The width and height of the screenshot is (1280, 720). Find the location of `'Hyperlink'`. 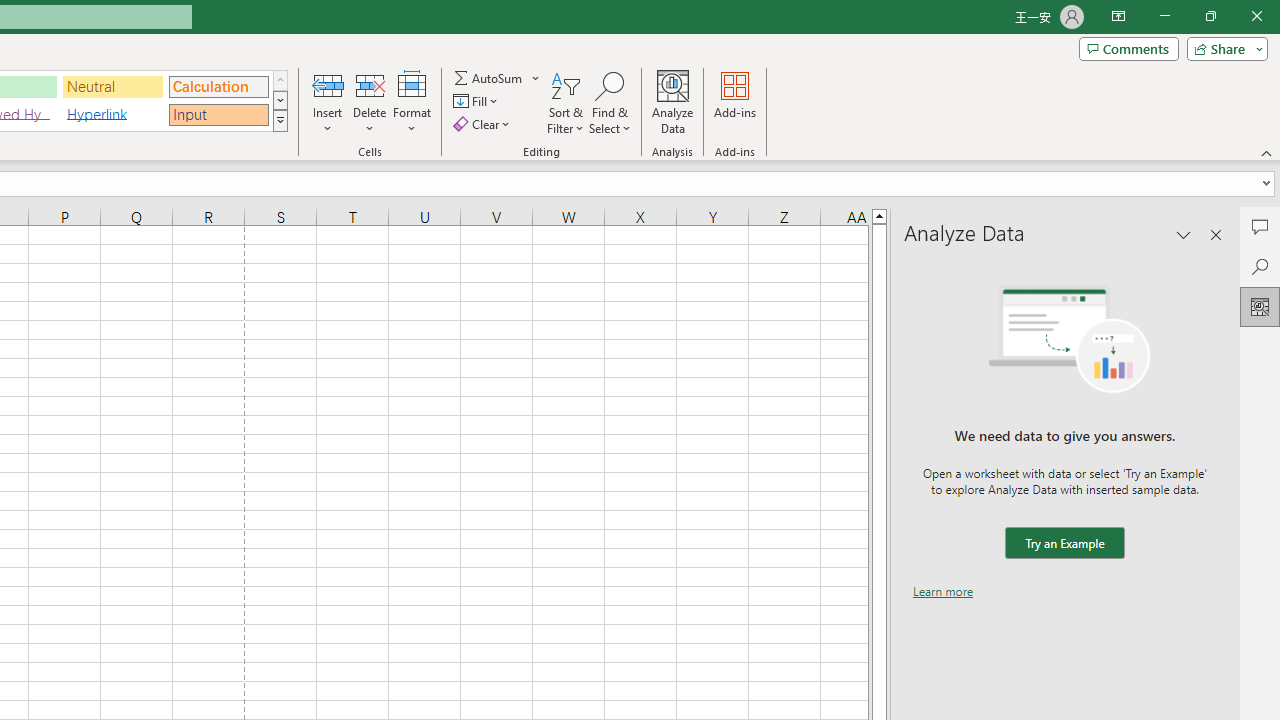

'Hyperlink' is located at coordinates (112, 114).